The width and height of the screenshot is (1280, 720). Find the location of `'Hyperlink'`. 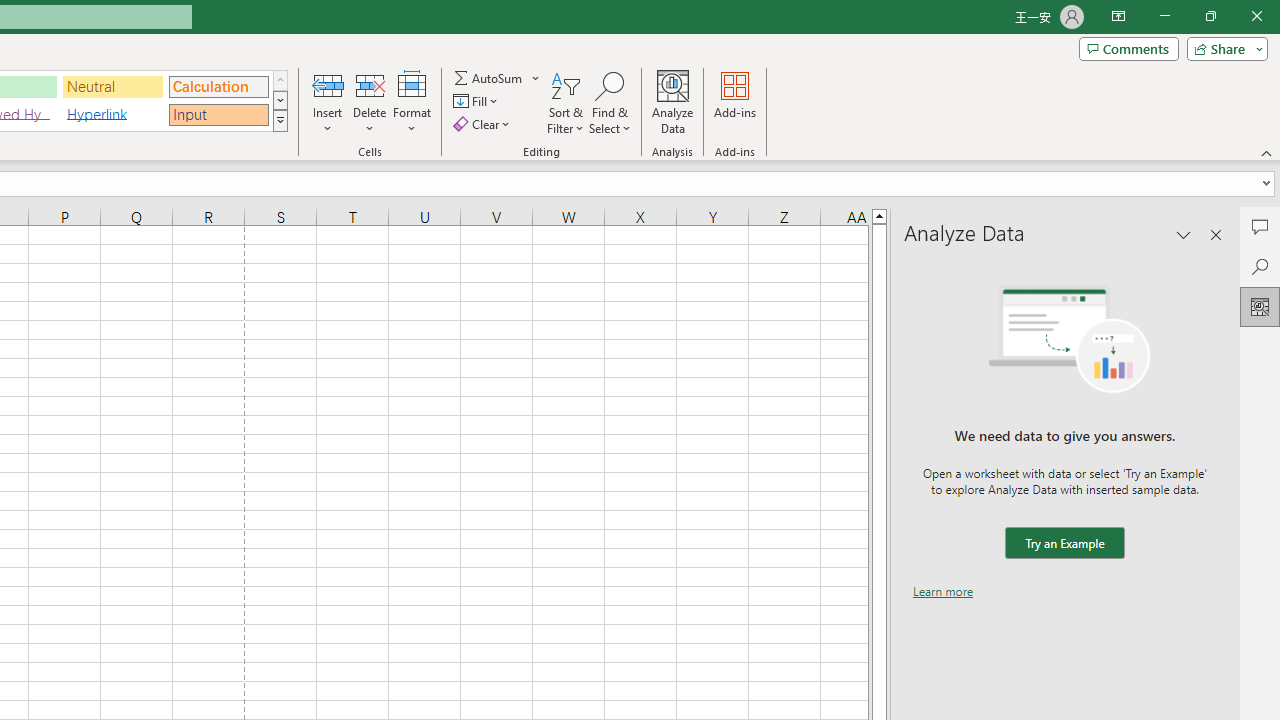

'Hyperlink' is located at coordinates (112, 114).